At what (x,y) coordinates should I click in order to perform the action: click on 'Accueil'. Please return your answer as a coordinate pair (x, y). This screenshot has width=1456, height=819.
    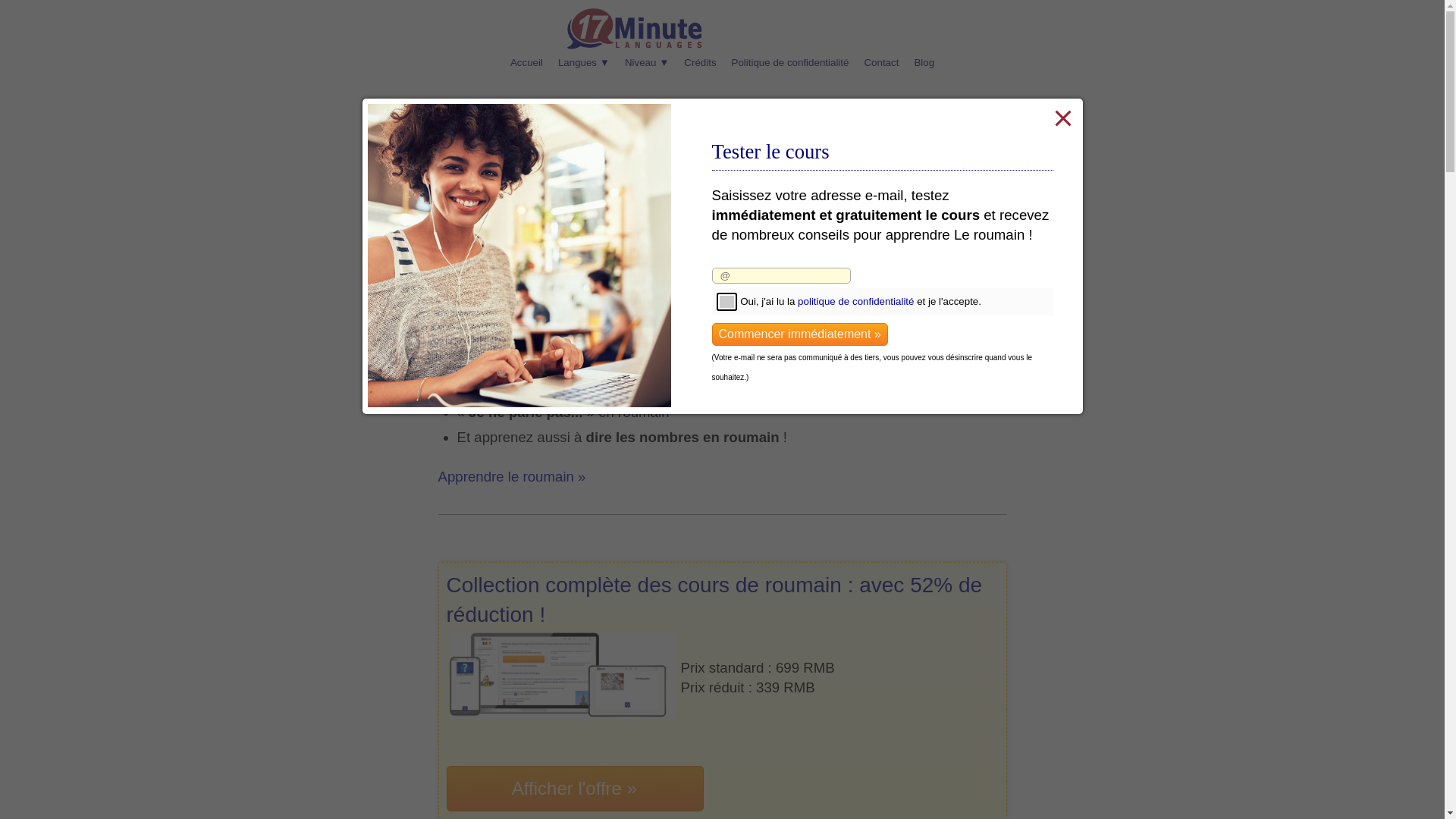
    Looking at the image, I should click on (526, 62).